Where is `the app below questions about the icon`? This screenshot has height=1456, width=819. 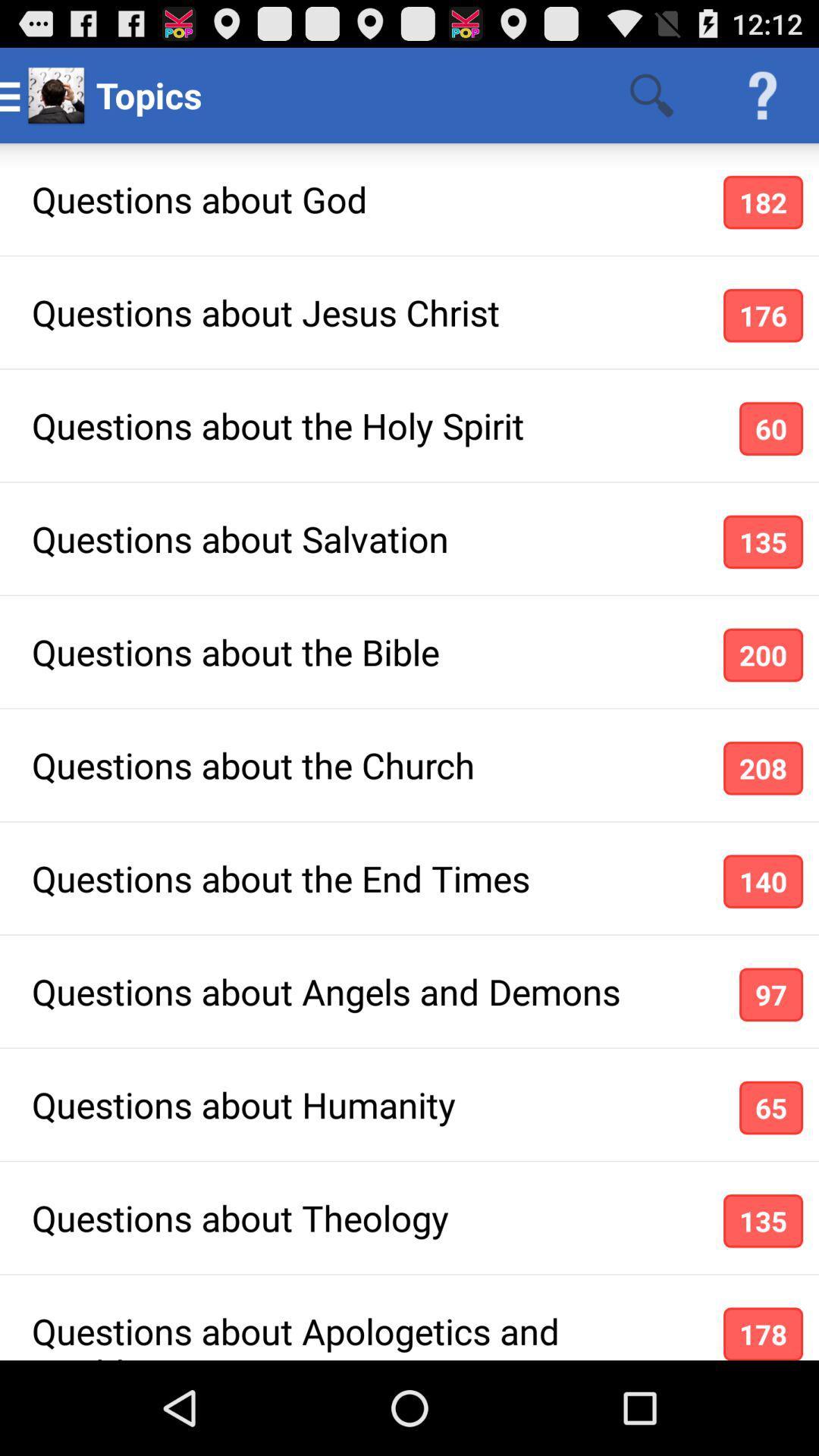
the app below questions about the icon is located at coordinates (763, 768).